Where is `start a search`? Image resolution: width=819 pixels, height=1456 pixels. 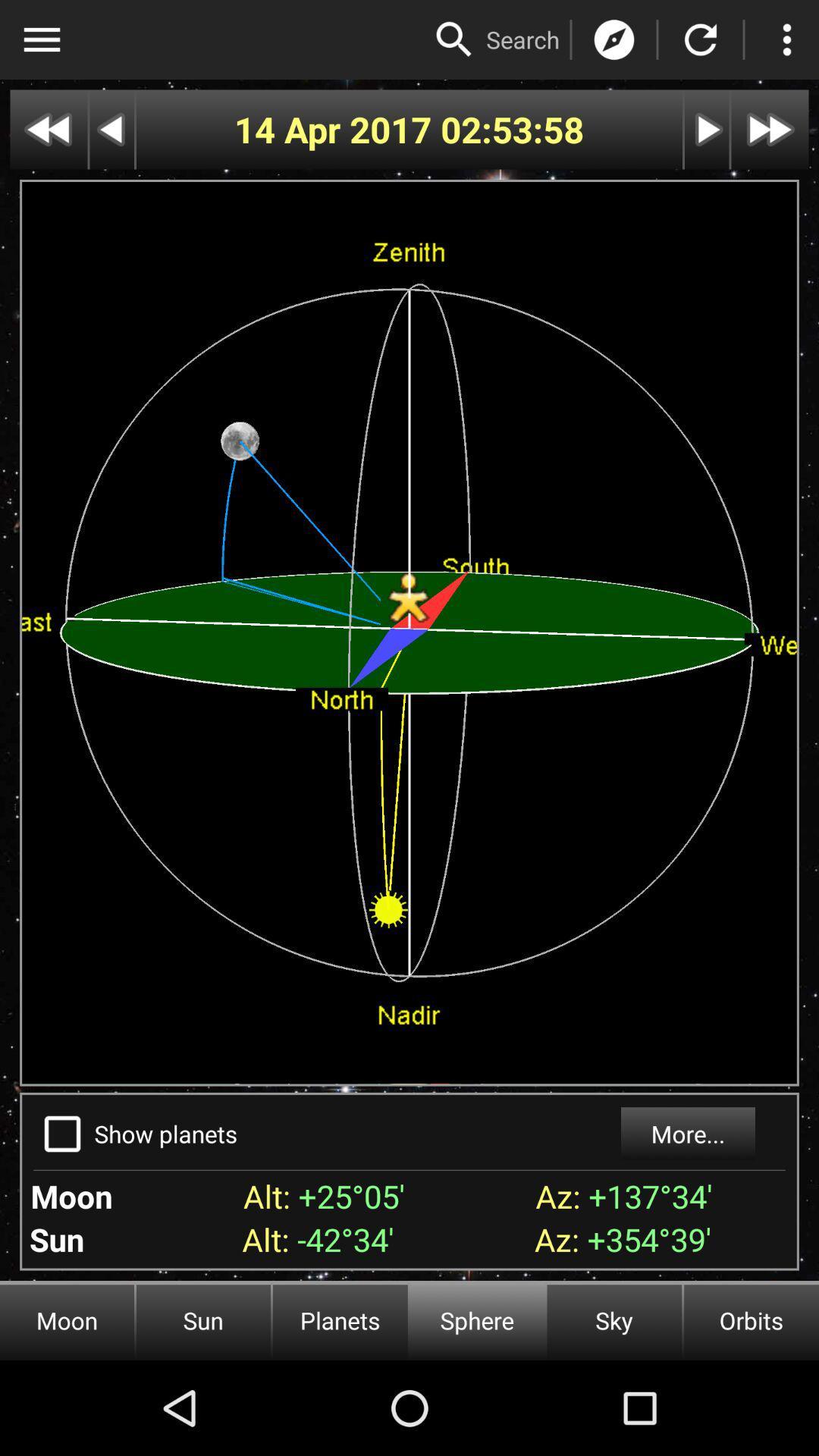 start a search is located at coordinates (453, 39).